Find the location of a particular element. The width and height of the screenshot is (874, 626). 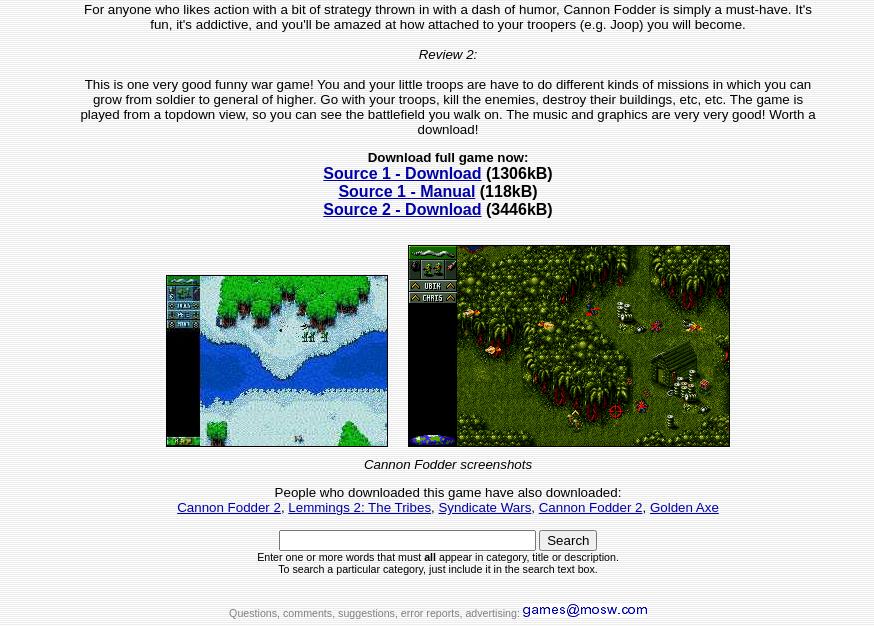

'People who downloaded this game have also downloaded:' is located at coordinates (273, 492).